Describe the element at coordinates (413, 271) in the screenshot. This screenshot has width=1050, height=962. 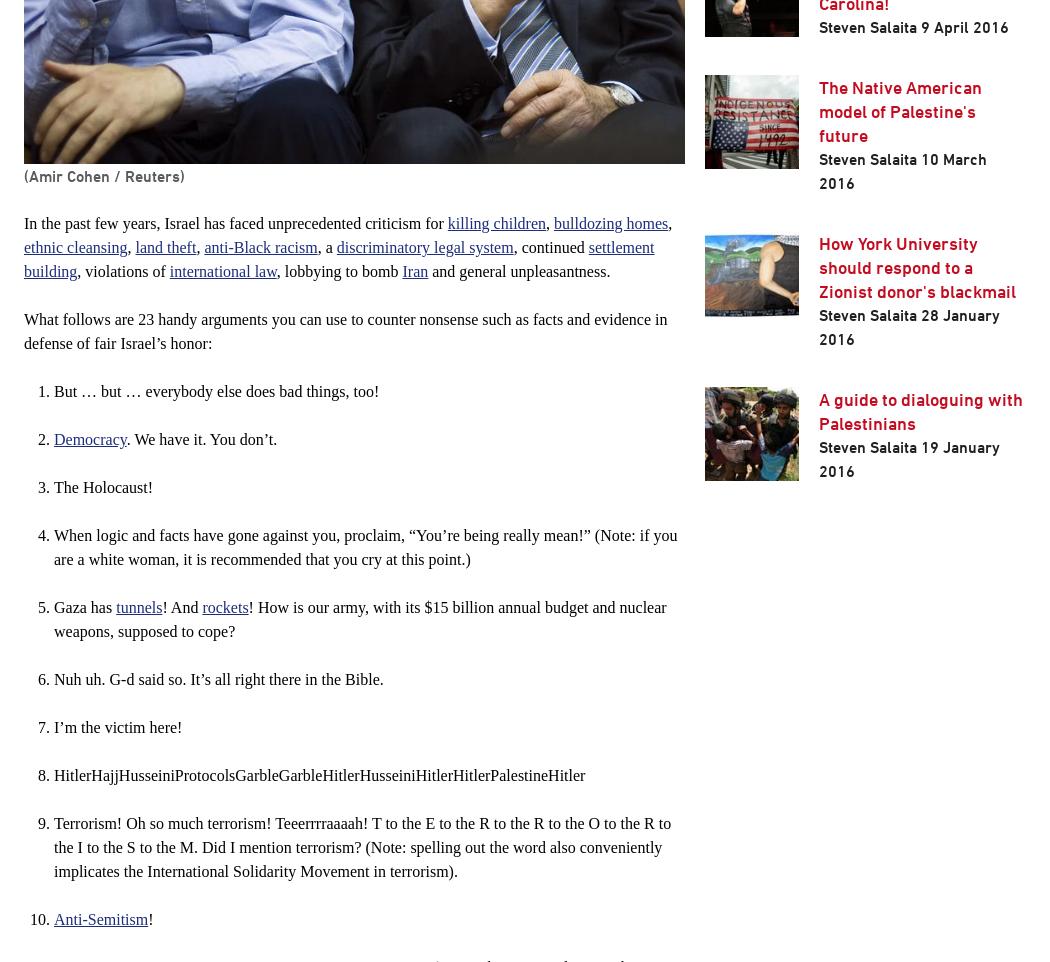
I see `'Iran'` at that location.